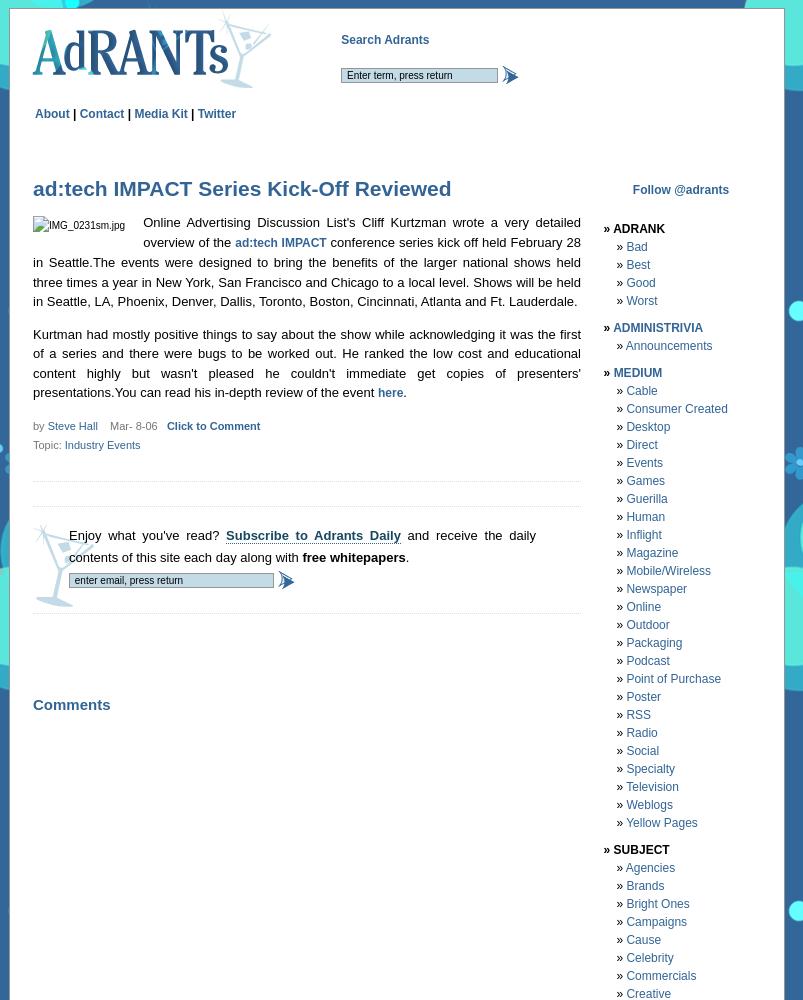  I want to click on 'Bad', so click(626, 245).